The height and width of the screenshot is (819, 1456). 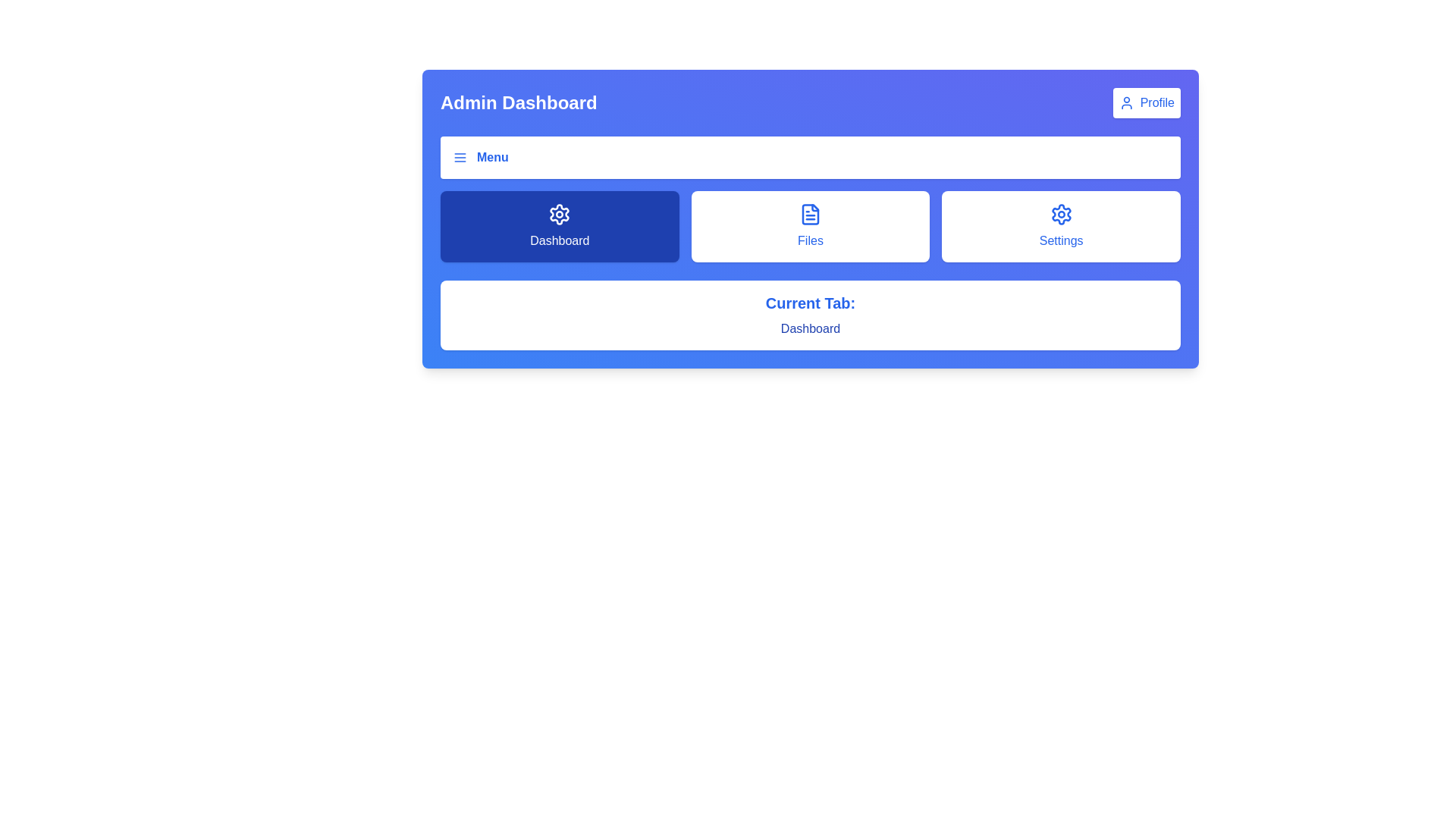 What do you see at coordinates (459, 158) in the screenshot?
I see `the three-lined 'hamburger' menu icon located in the top-left section of the interface` at bounding box center [459, 158].